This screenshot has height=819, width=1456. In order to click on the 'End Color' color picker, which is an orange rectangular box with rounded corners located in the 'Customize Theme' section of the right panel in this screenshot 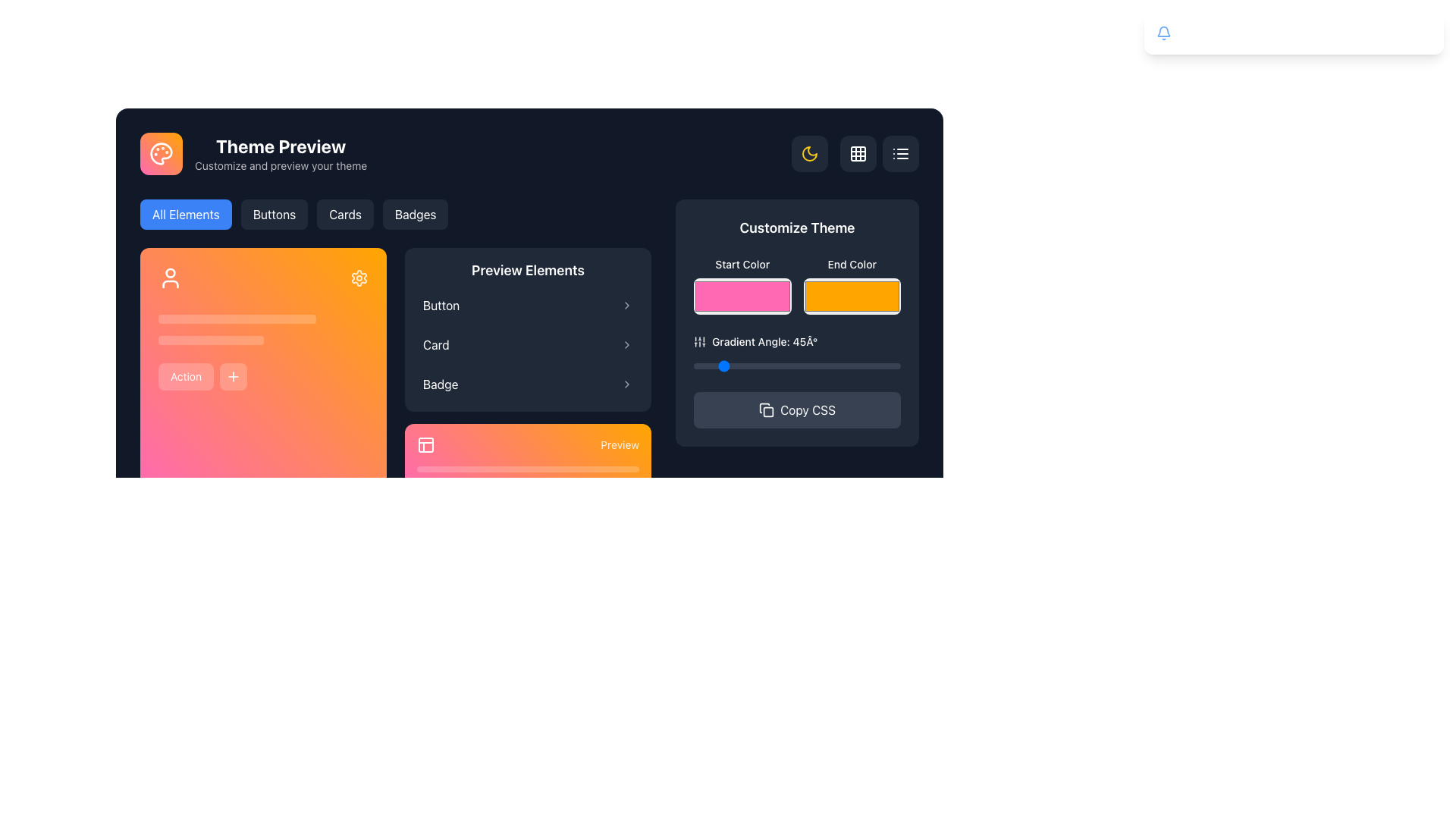, I will do `click(852, 287)`.